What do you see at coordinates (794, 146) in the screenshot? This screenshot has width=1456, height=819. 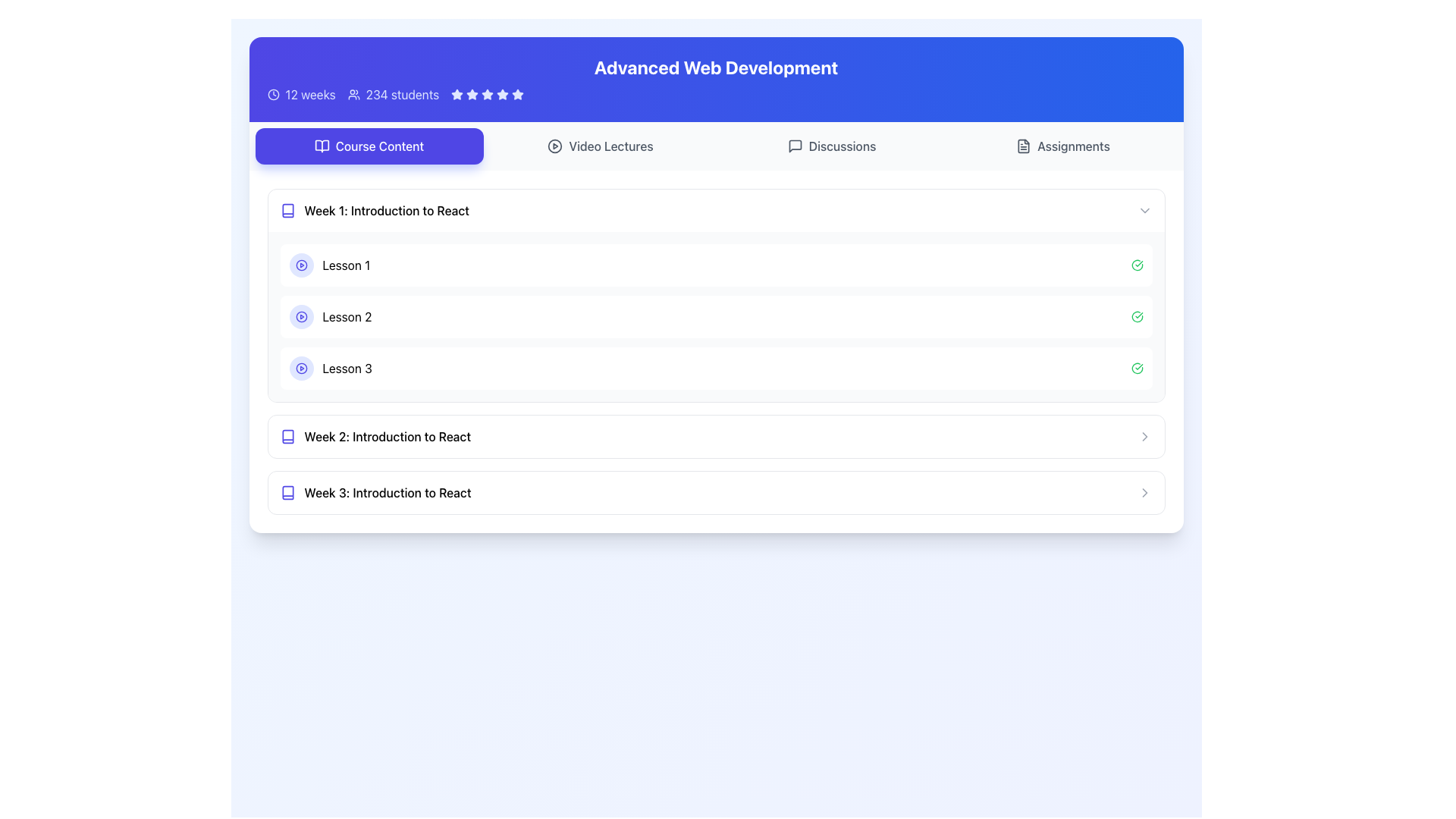 I see `the message box icon located in the header area of the page, aligned with the 'Discussions' label` at bounding box center [794, 146].